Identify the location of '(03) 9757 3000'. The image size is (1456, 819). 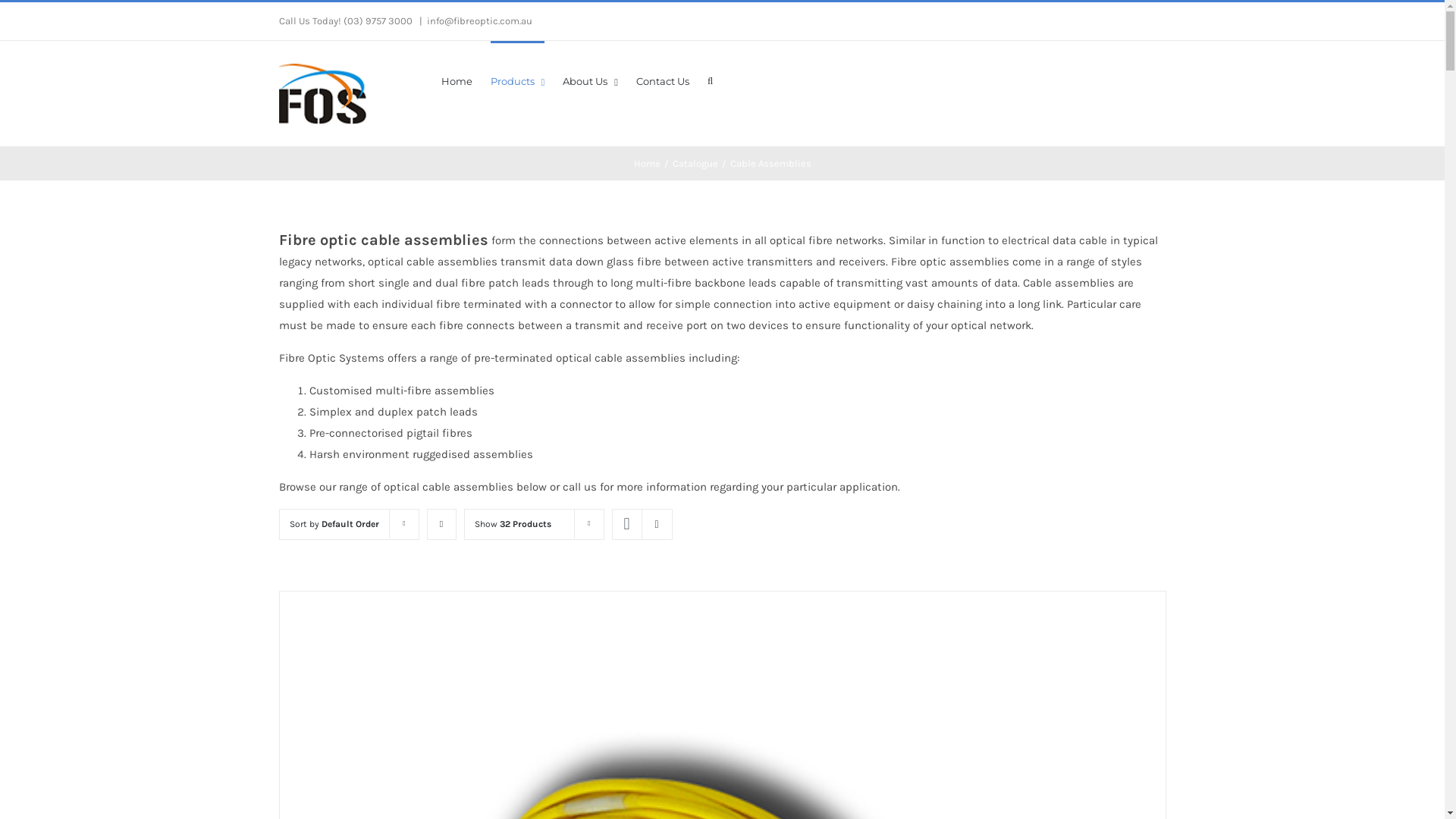
(378, 20).